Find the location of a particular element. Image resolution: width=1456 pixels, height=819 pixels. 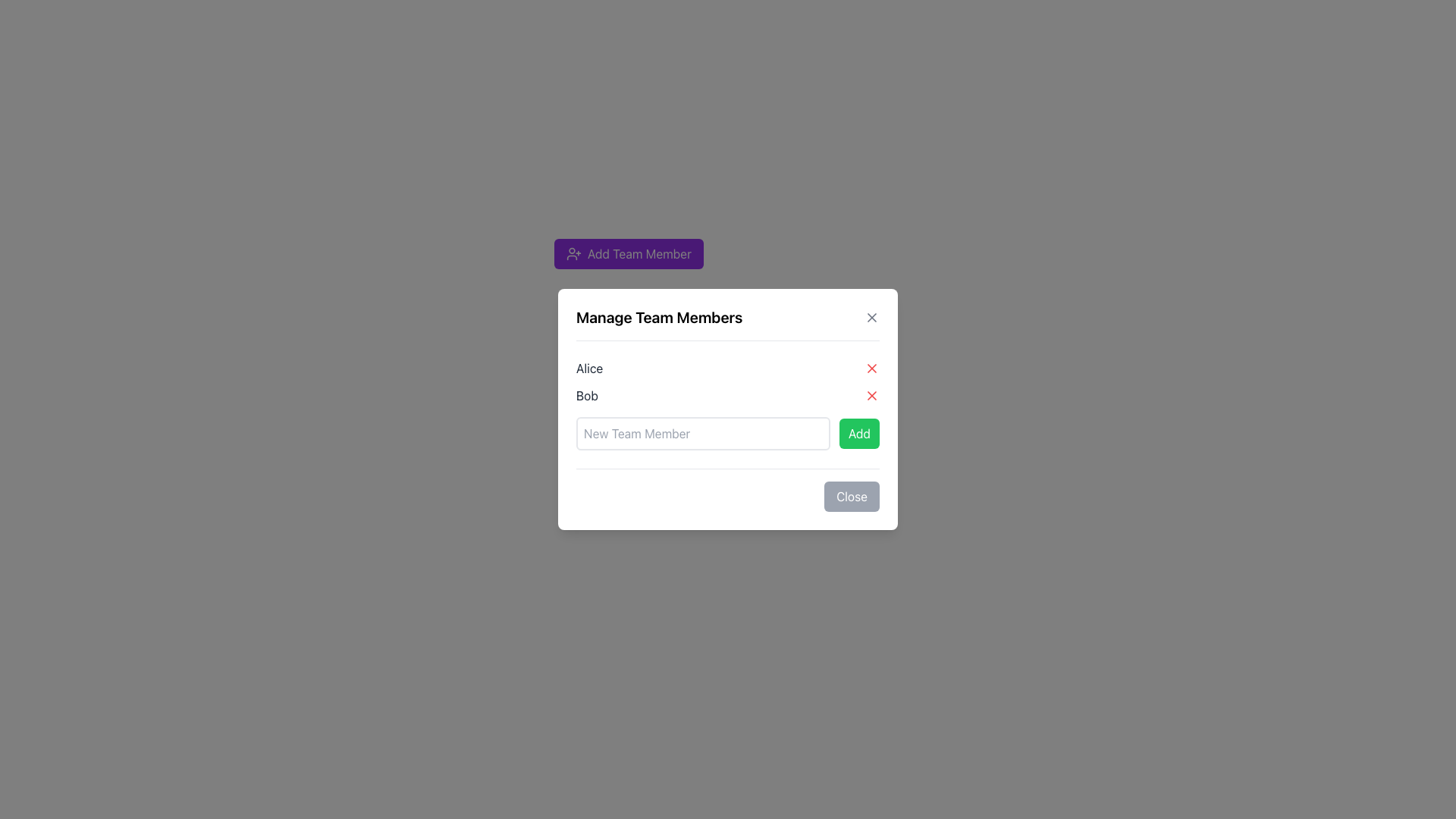

the central area of the team management modal pop-up interface to interact with its options is located at coordinates (728, 409).